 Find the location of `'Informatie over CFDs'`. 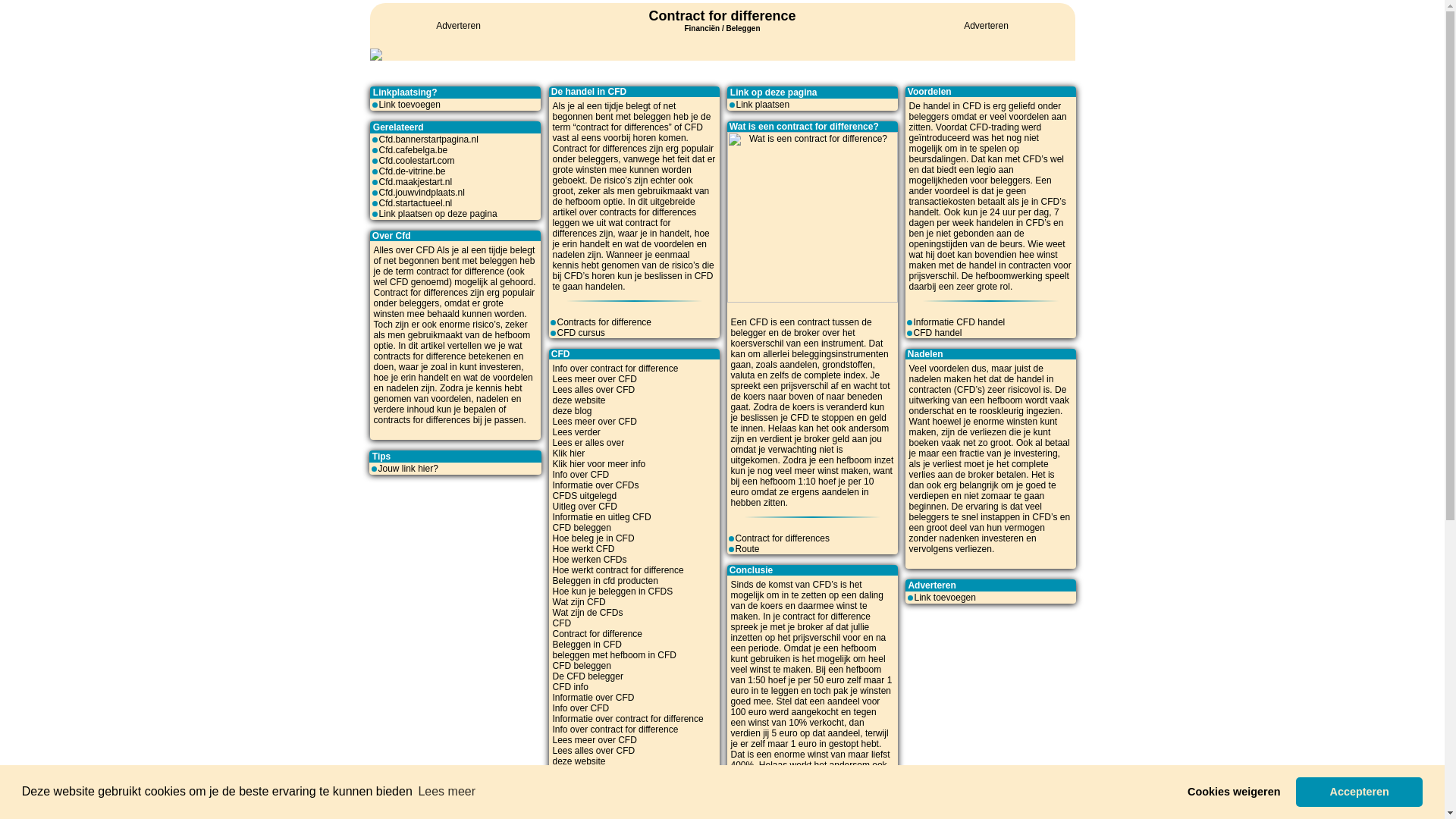

'Informatie over CFDs' is located at coordinates (551, 485).